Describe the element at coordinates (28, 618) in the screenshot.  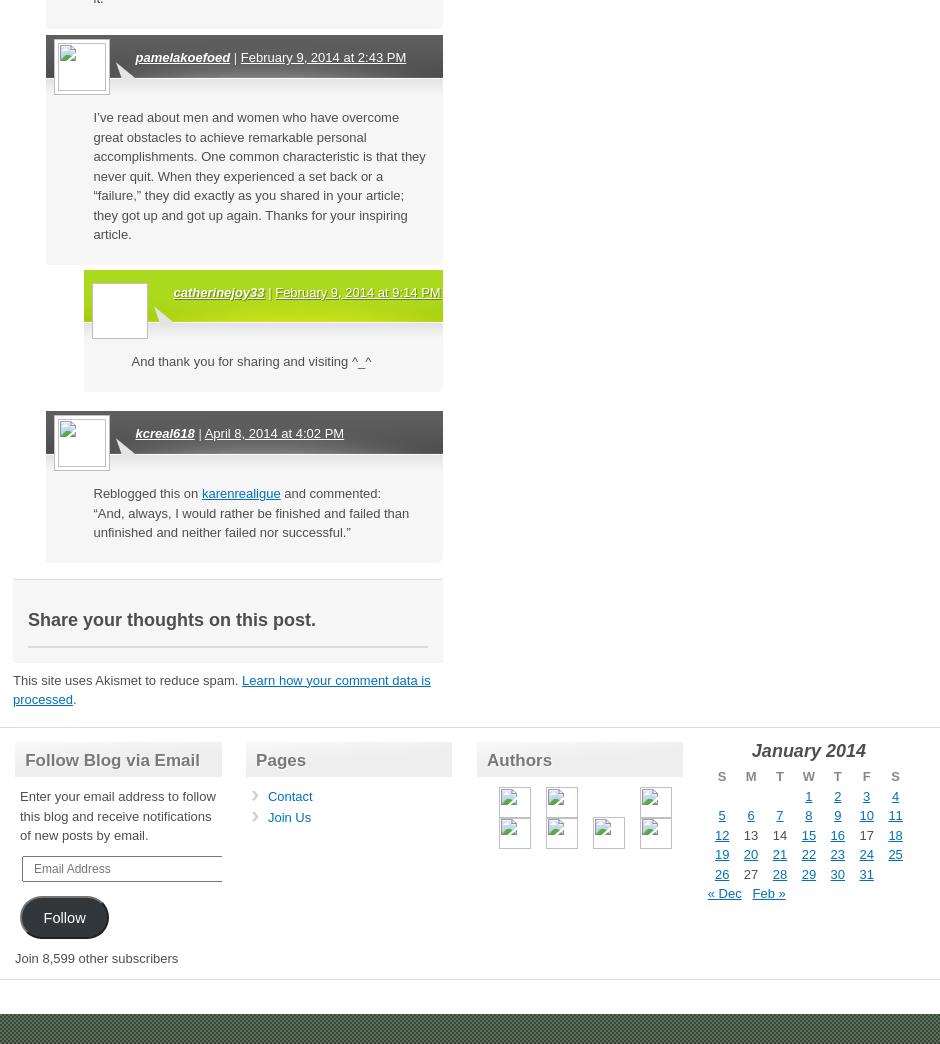
I see `'Share your thoughts on this post.'` at that location.